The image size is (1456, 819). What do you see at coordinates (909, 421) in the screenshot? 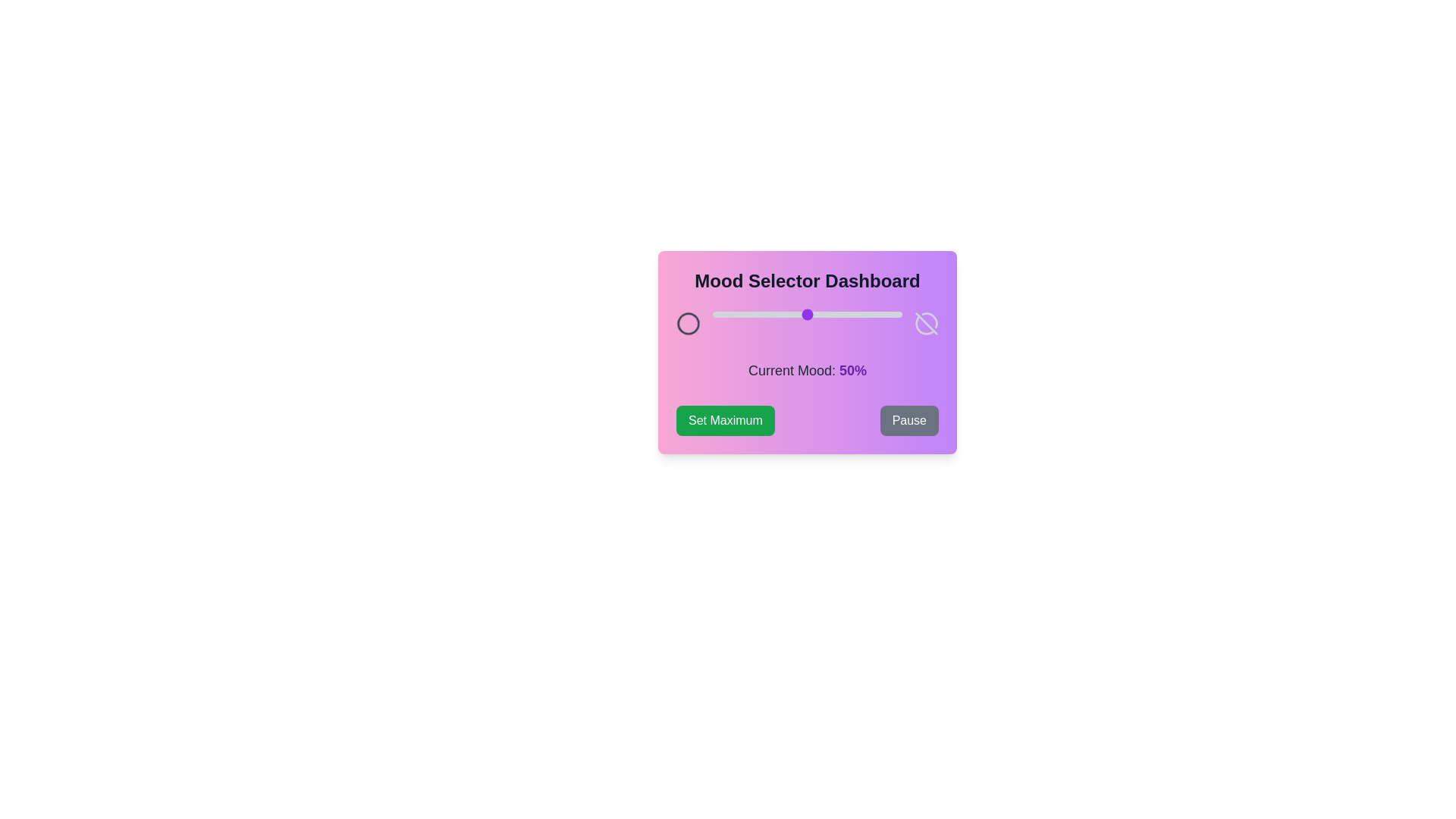
I see `'Pause' button to toggle the pause state` at bounding box center [909, 421].